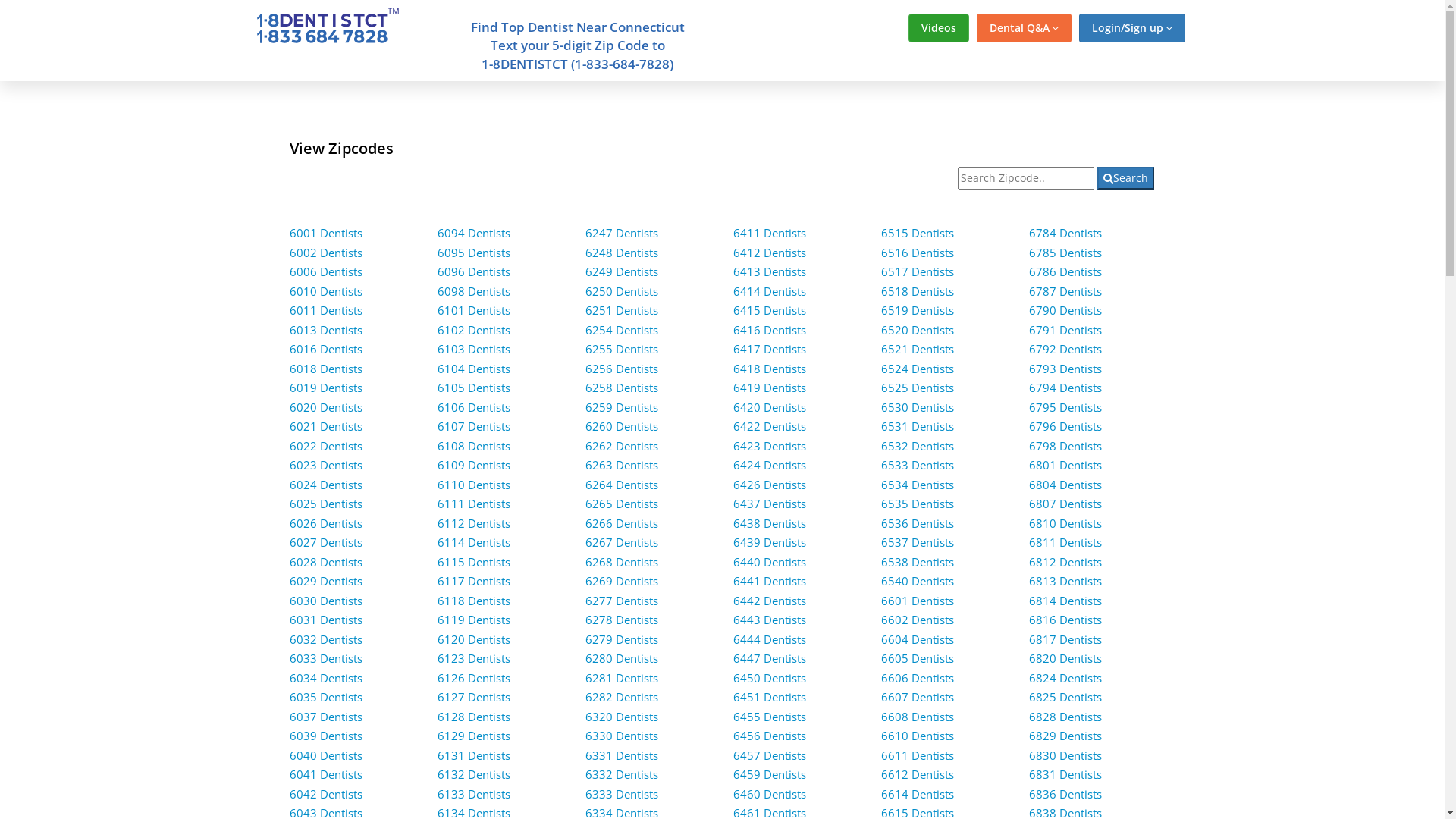 Image resolution: width=1456 pixels, height=819 pixels. Describe the element at coordinates (769, 329) in the screenshot. I see `'6416 Dentists'` at that location.